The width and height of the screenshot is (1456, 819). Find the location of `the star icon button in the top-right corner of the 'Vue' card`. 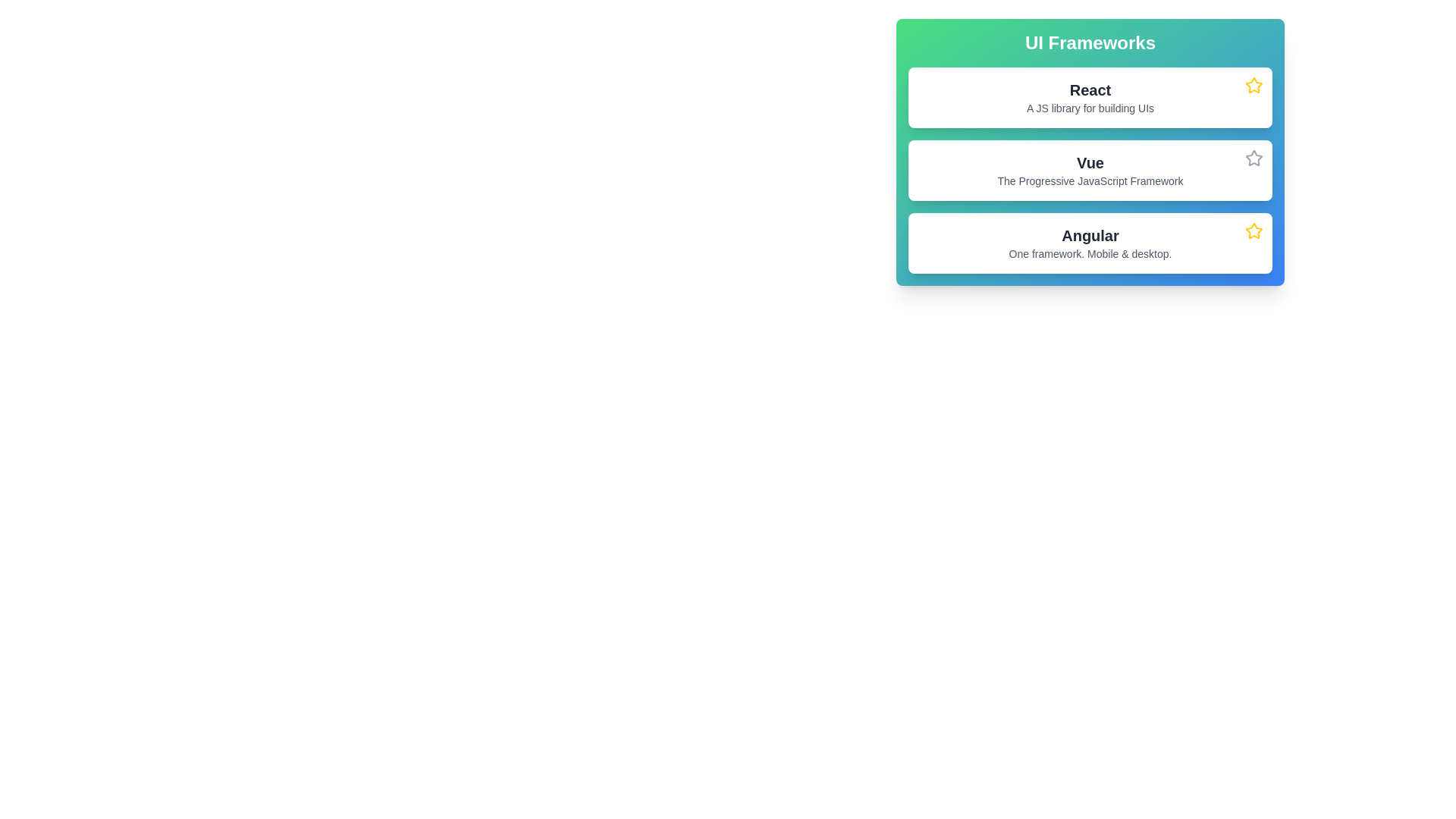

the star icon button in the top-right corner of the 'Vue' card is located at coordinates (1254, 158).